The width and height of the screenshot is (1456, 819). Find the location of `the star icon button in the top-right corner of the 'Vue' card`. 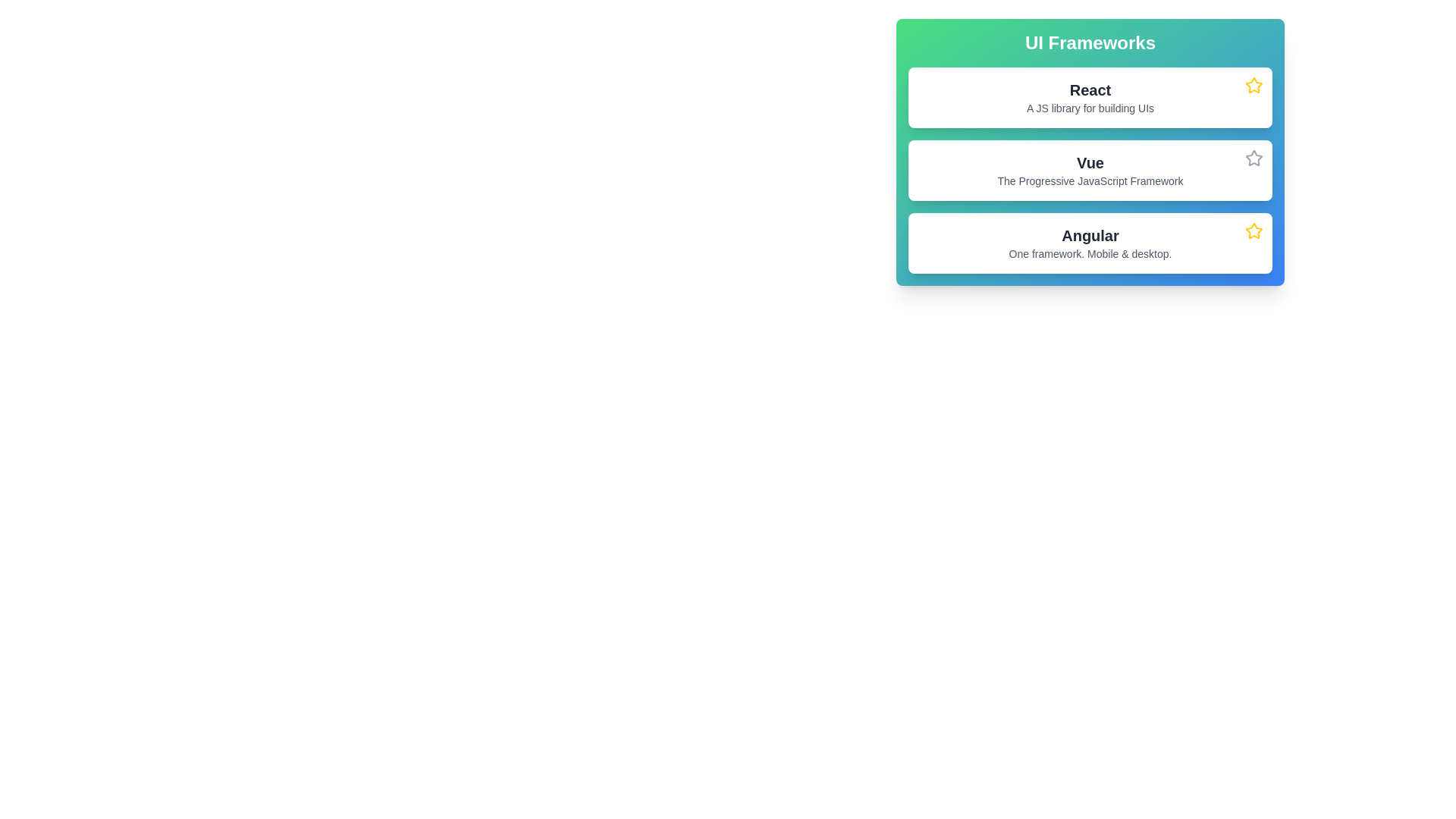

the star icon button in the top-right corner of the 'Vue' card is located at coordinates (1254, 158).